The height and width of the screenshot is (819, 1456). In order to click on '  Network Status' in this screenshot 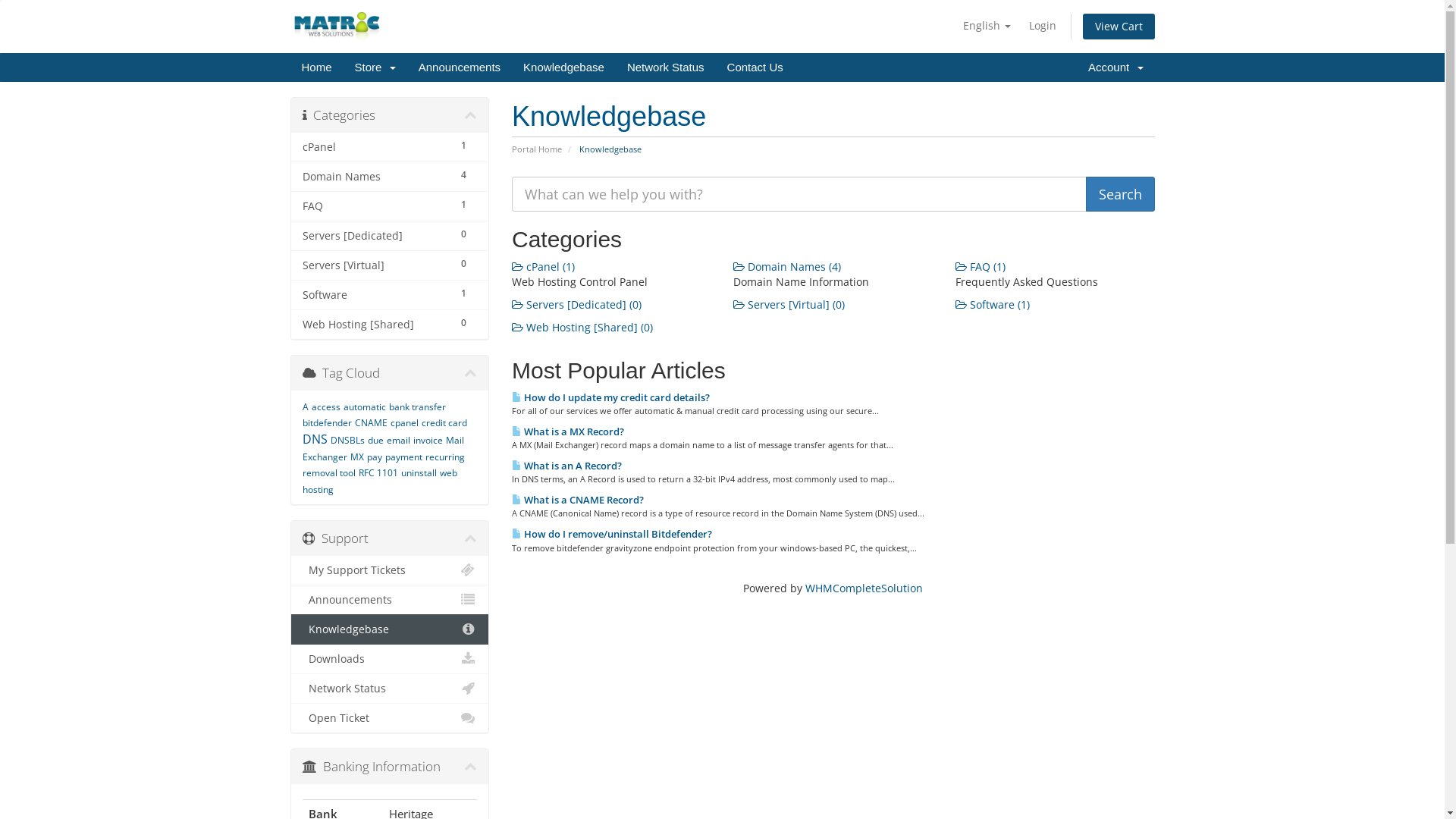, I will do `click(291, 688)`.